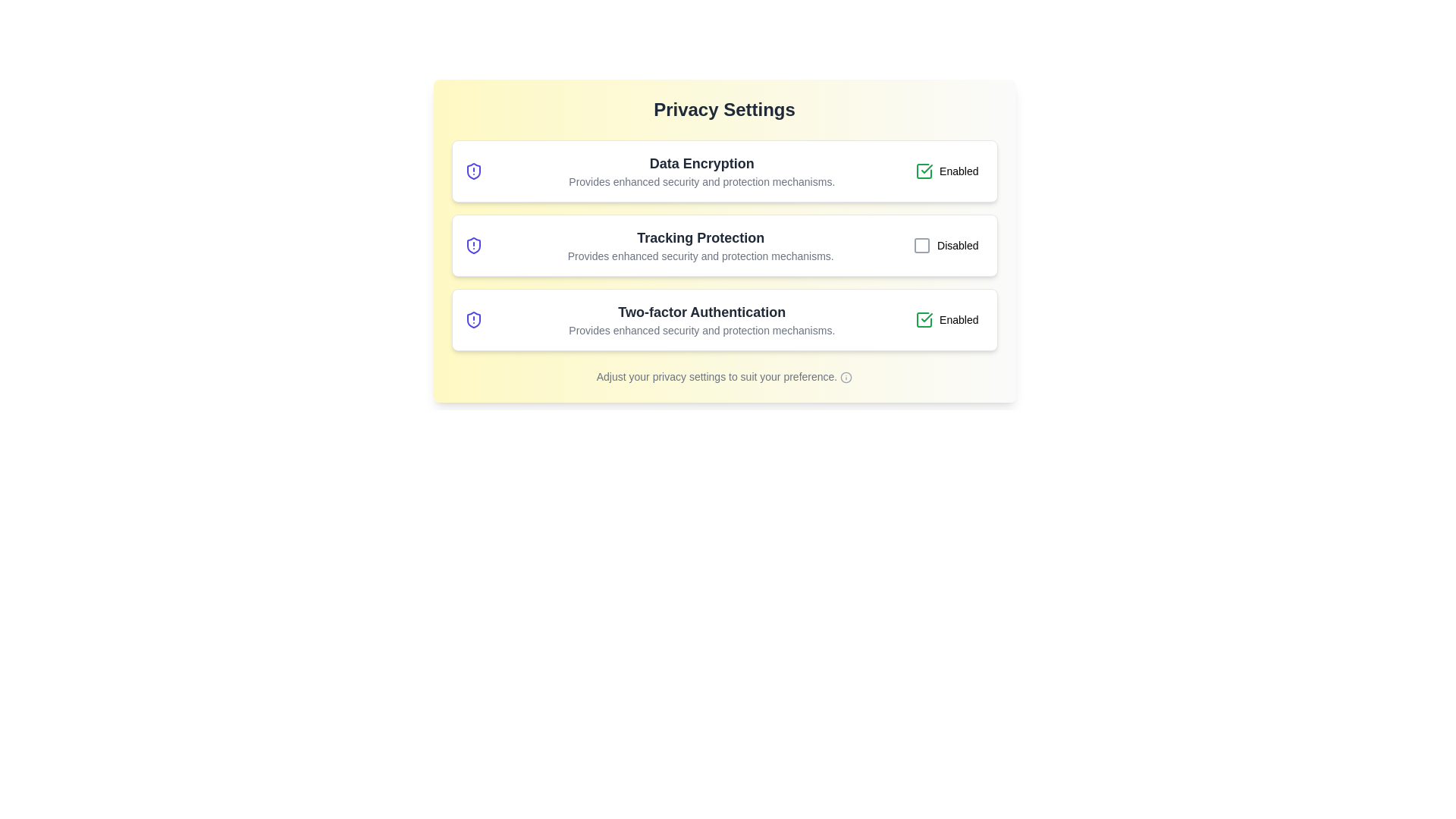 This screenshot has height=819, width=1456. What do you see at coordinates (924, 171) in the screenshot?
I see `the 'Data Encryption' status icon located in the second column of the privacy settings` at bounding box center [924, 171].